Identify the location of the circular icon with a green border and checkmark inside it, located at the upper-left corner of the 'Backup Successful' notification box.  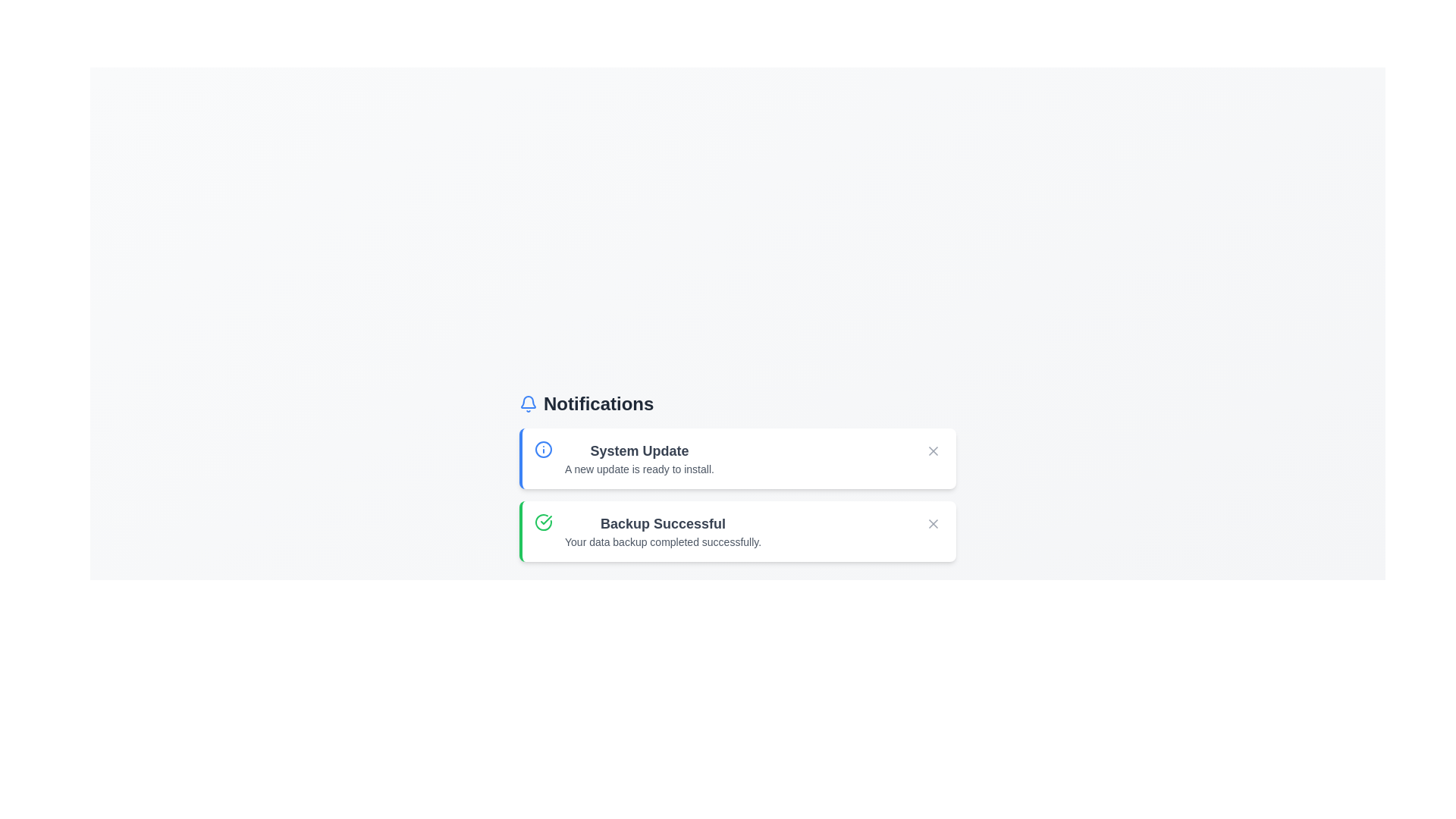
(543, 522).